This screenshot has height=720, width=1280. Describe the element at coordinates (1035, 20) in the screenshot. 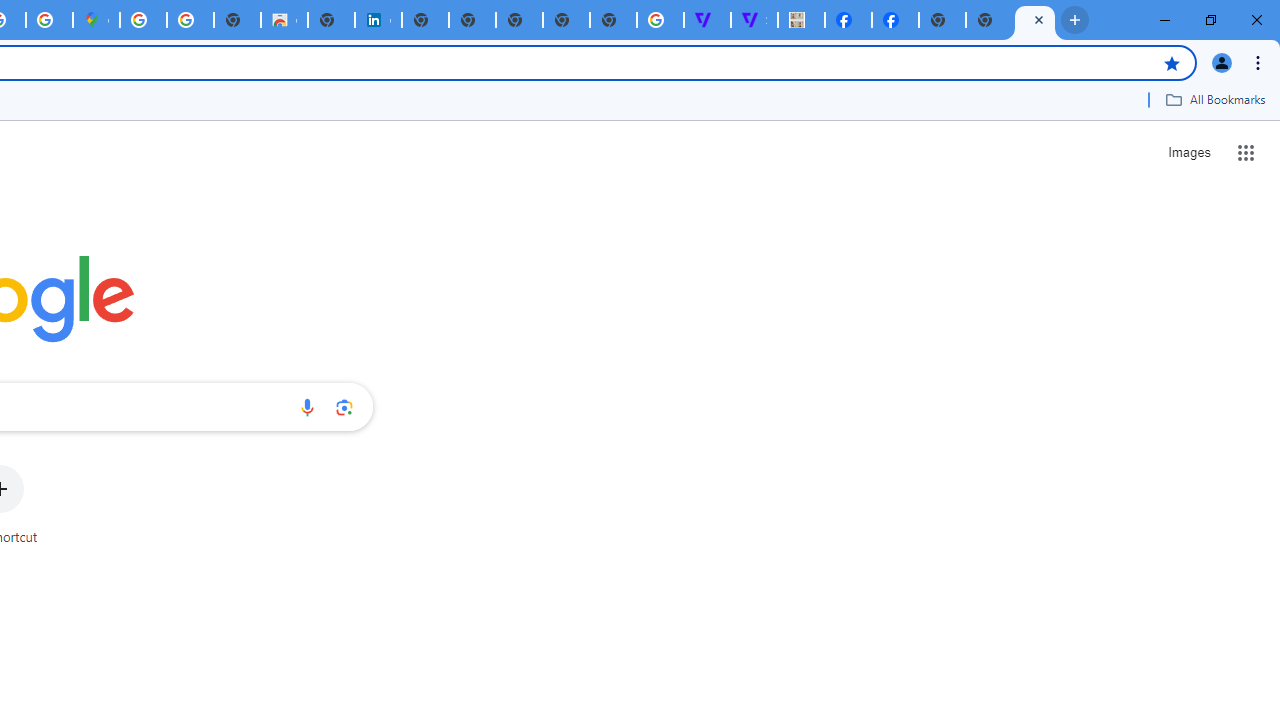

I see `'New Tab'` at that location.